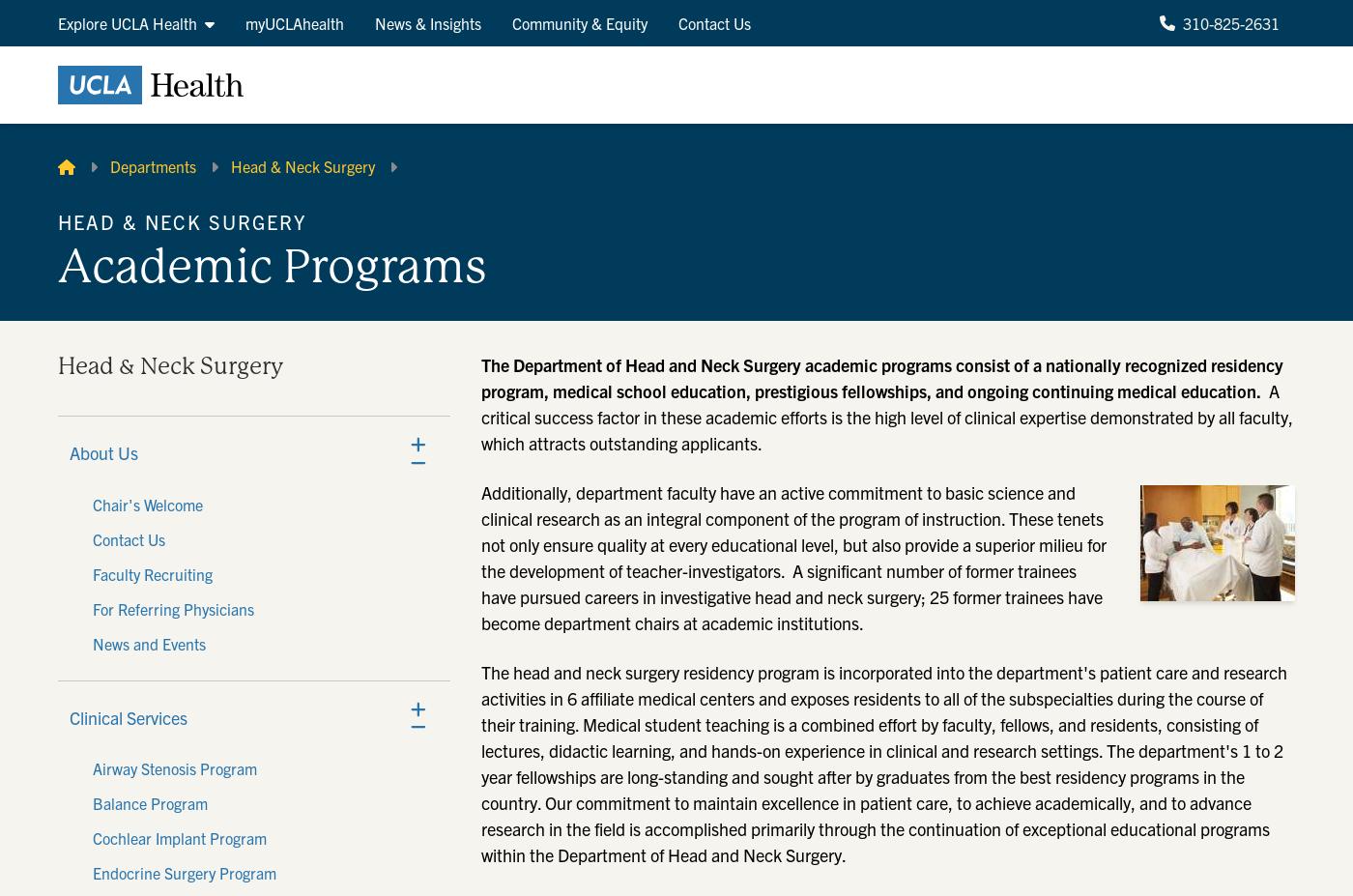  I want to click on 'Balance Program', so click(150, 802).